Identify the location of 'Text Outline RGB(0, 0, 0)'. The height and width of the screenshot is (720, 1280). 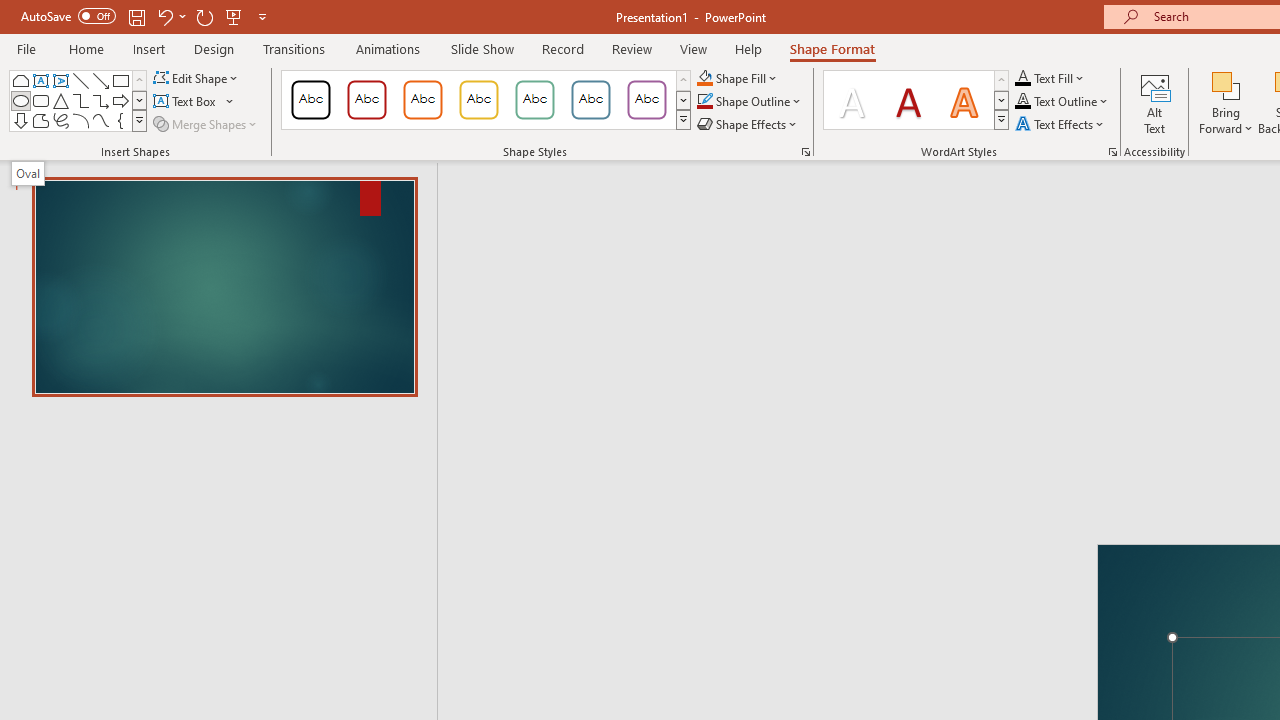
(1023, 101).